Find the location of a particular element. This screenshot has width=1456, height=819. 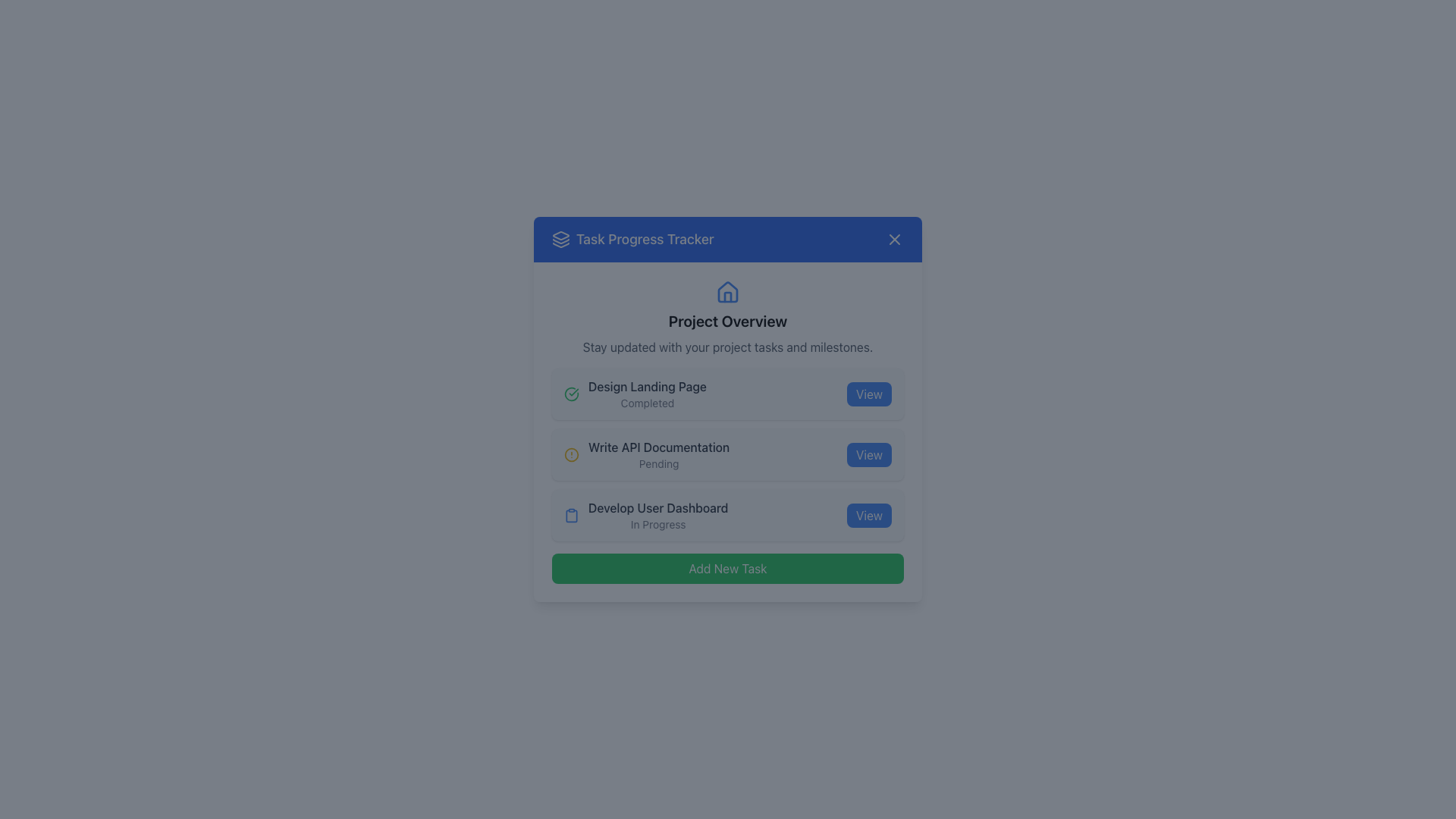

the Decorative SVG subcomponent, which is a vertical rectangle shape located at the bottom of a house-like icon centered above the 'Project Overview' header is located at coordinates (728, 297).